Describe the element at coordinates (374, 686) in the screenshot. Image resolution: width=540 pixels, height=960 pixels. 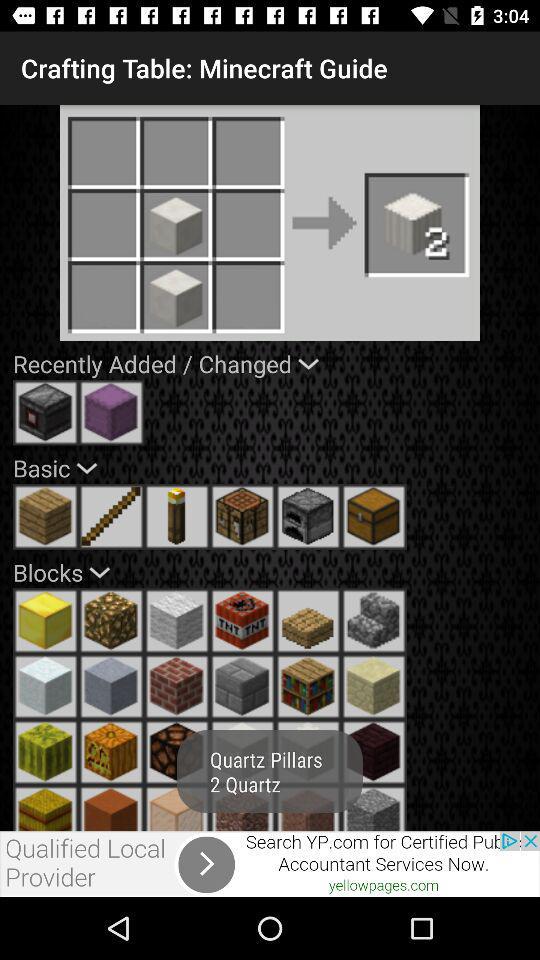
I see `pick this block` at that location.